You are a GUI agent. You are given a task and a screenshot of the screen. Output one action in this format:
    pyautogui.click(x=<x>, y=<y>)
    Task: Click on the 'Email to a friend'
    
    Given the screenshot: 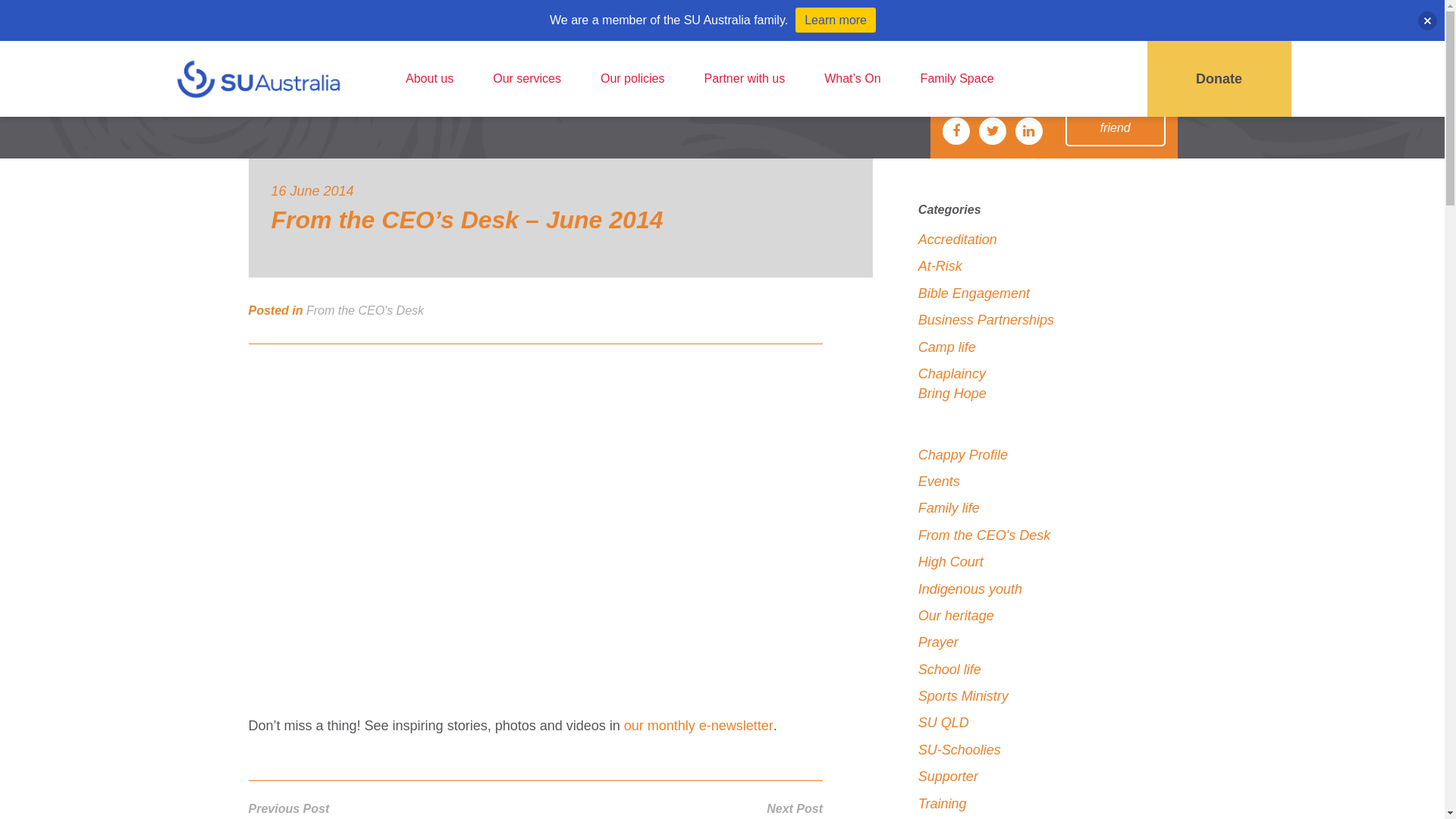 What is the action you would take?
    pyautogui.click(x=1115, y=118)
    